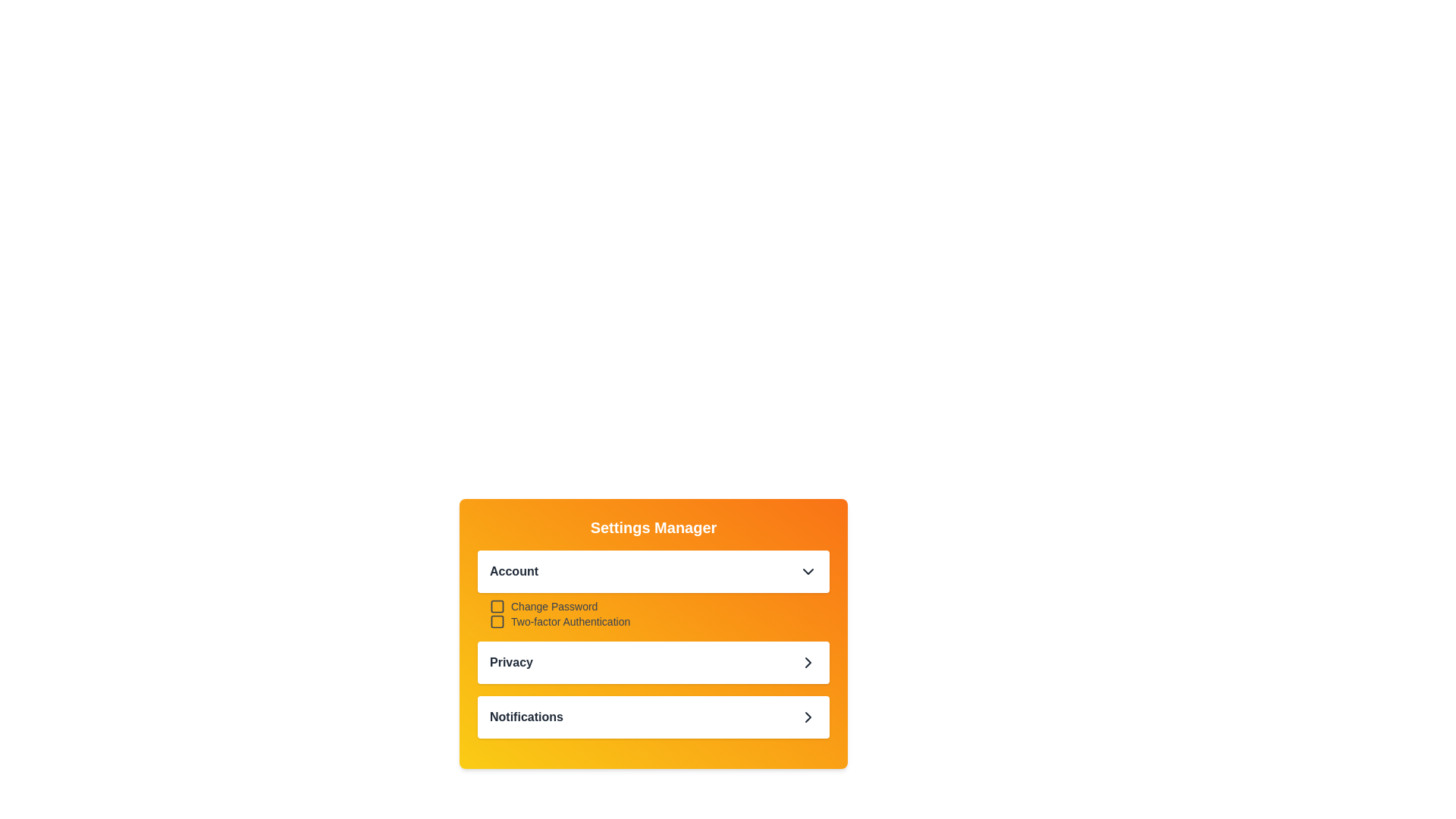  I want to click on the dark gray checkbox icon located to the left of the 'Change Password' text in the 'Settings Manager' interface, so click(497, 605).